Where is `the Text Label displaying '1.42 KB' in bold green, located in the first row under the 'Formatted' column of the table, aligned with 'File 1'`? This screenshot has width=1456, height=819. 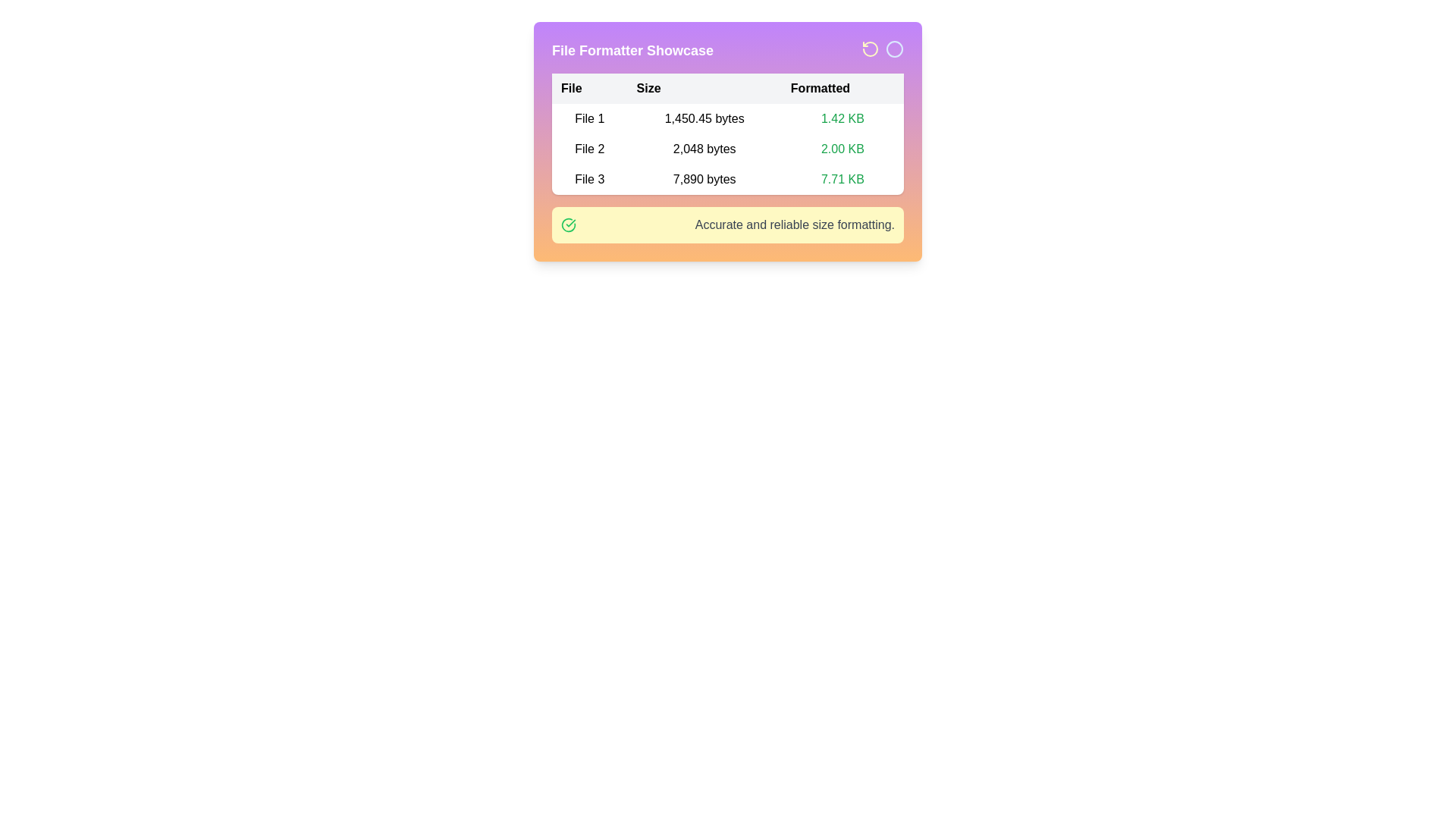 the Text Label displaying '1.42 KB' in bold green, located in the first row under the 'Formatted' column of the table, aligned with 'File 1' is located at coordinates (842, 118).